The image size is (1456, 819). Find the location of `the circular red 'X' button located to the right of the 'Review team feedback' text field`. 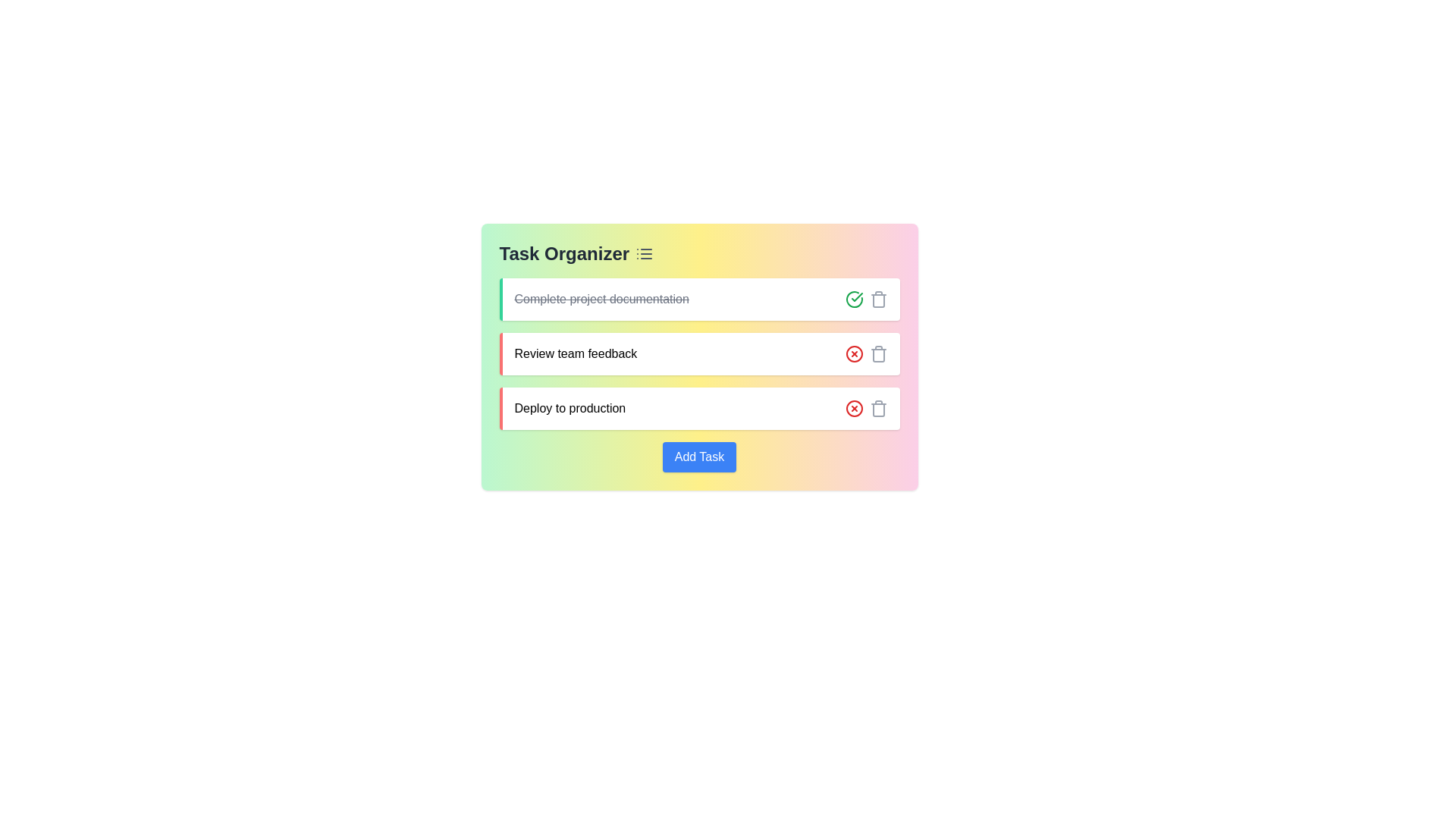

the circular red 'X' button located to the right of the 'Review team feedback' text field is located at coordinates (854, 353).